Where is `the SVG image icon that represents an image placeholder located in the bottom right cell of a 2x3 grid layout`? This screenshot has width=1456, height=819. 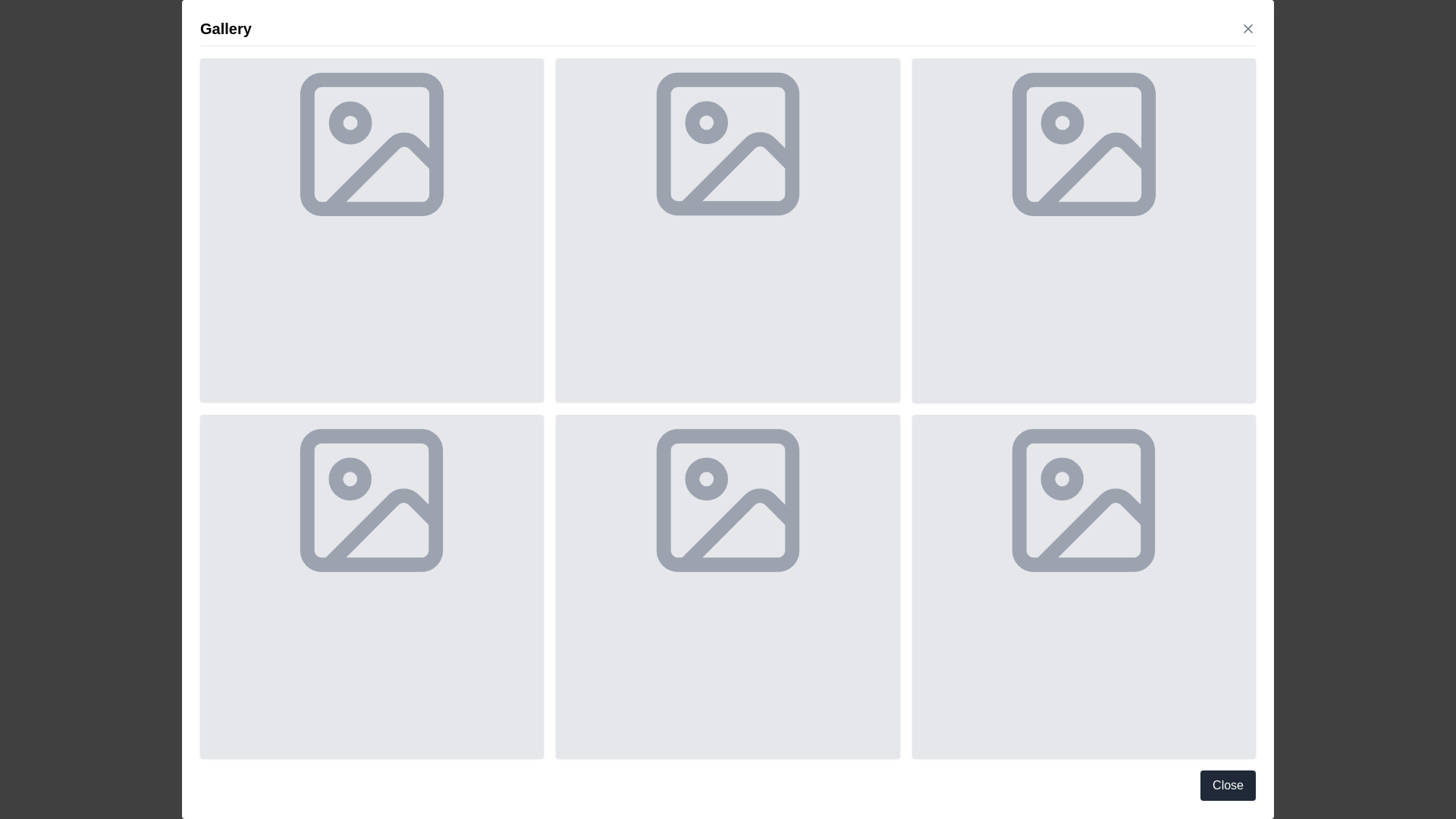
the SVG image icon that represents an image placeholder located in the bottom right cell of a 2x3 grid layout is located at coordinates (1083, 500).